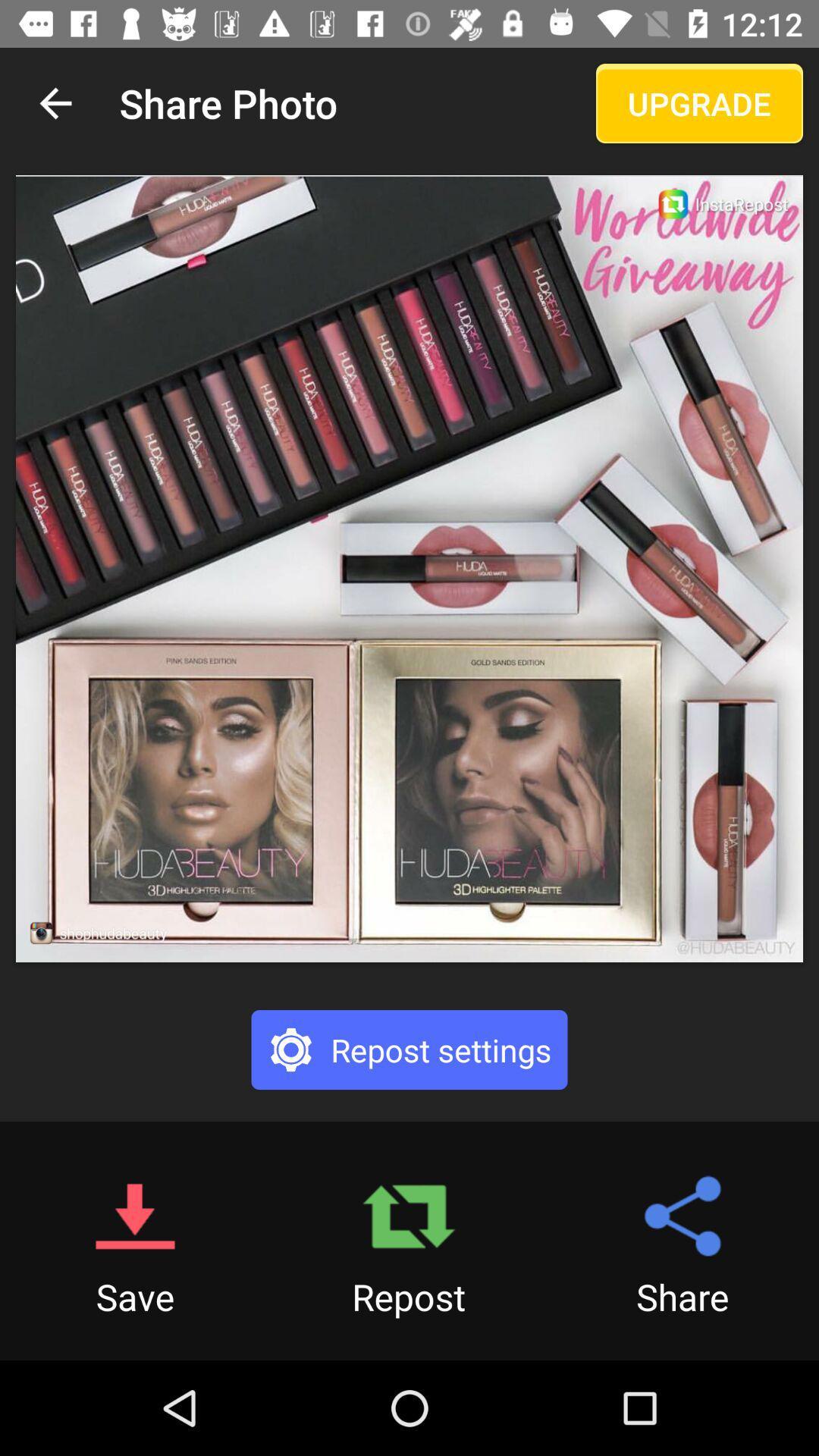  I want to click on the upgrade, so click(699, 102).